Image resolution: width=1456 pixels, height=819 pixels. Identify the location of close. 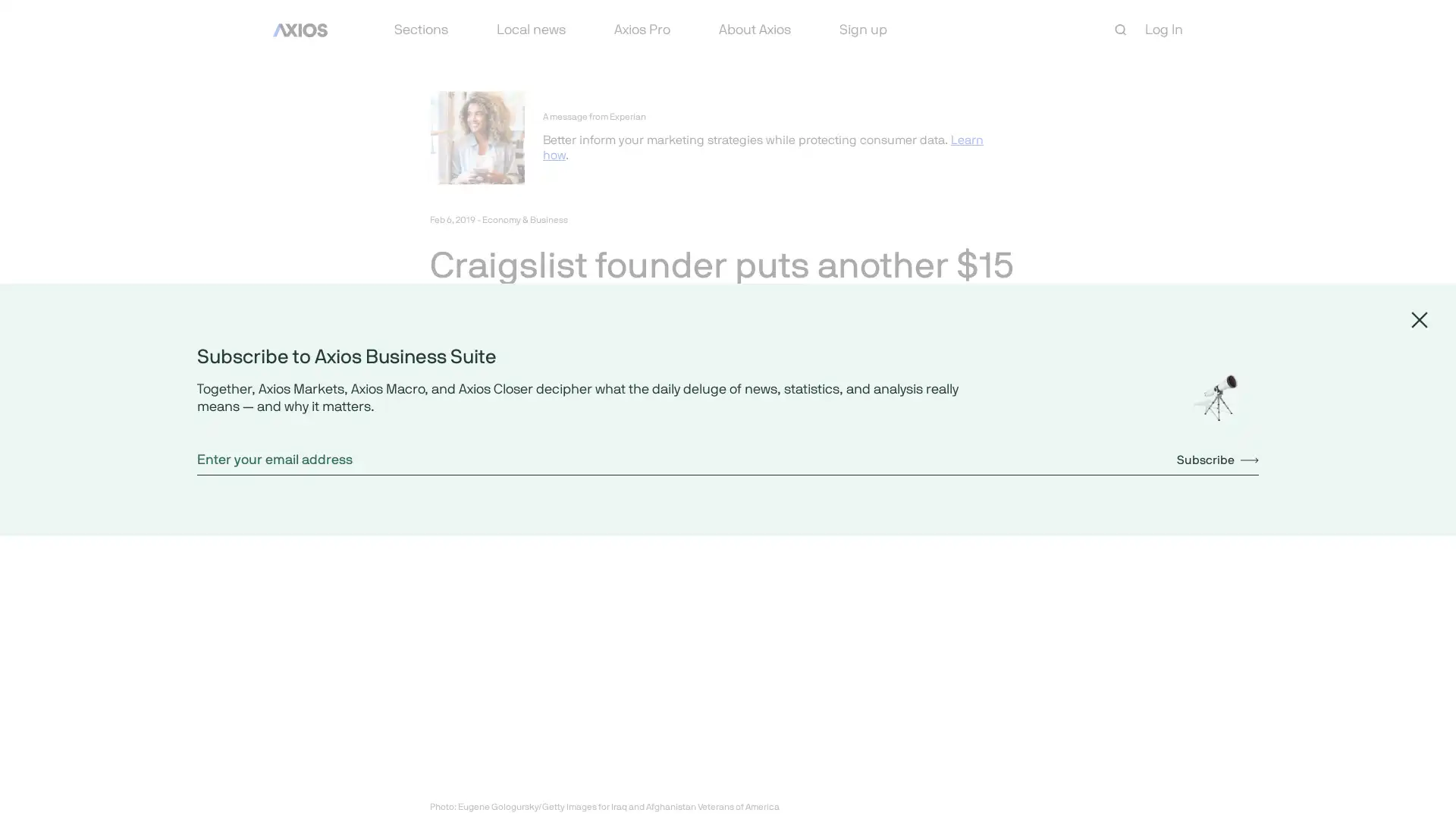
(1419, 318).